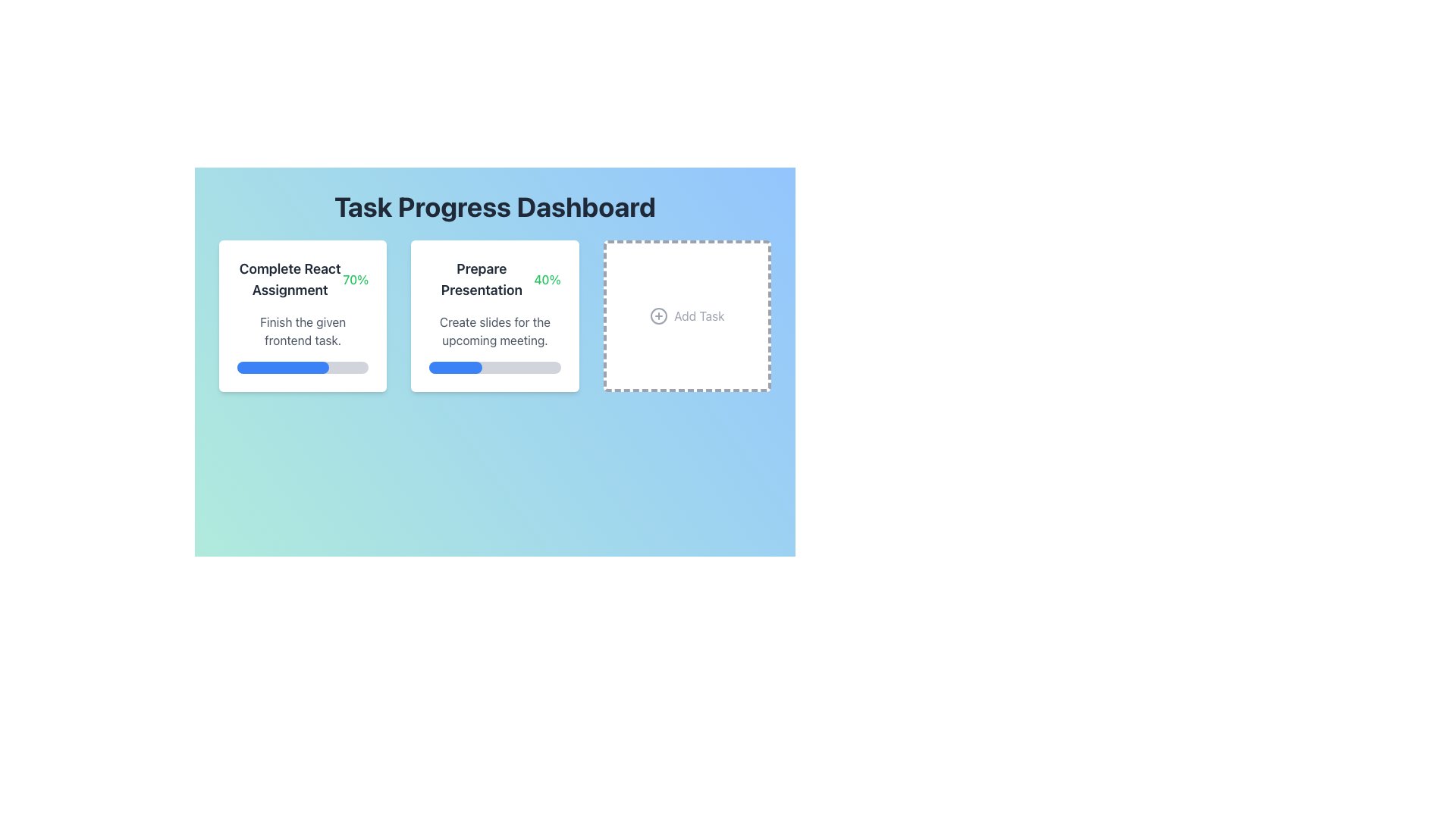 The image size is (1456, 819). I want to click on the bold title 'Prepare Presentation' with the percentage value '40%' displayed in green, located, so click(494, 280).